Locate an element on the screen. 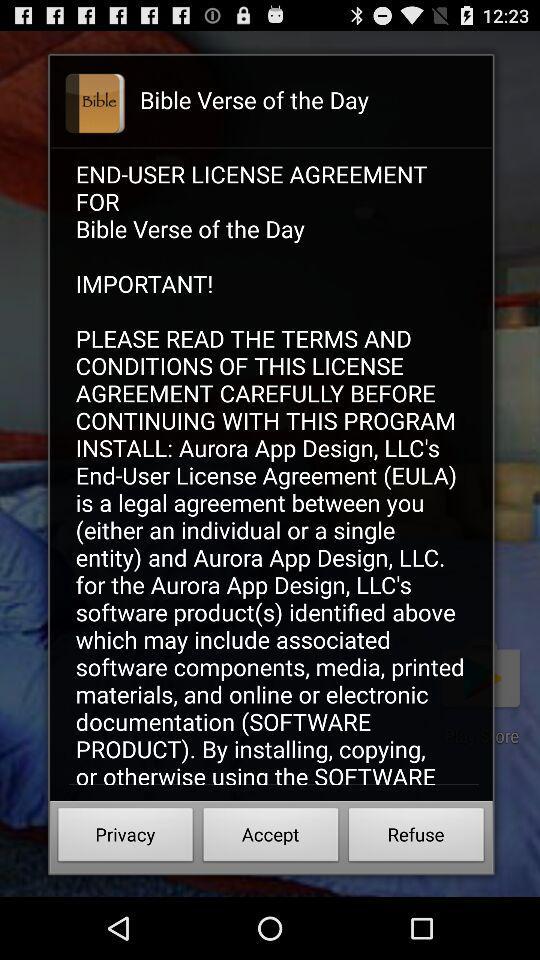  button at the bottom is located at coordinates (270, 837).